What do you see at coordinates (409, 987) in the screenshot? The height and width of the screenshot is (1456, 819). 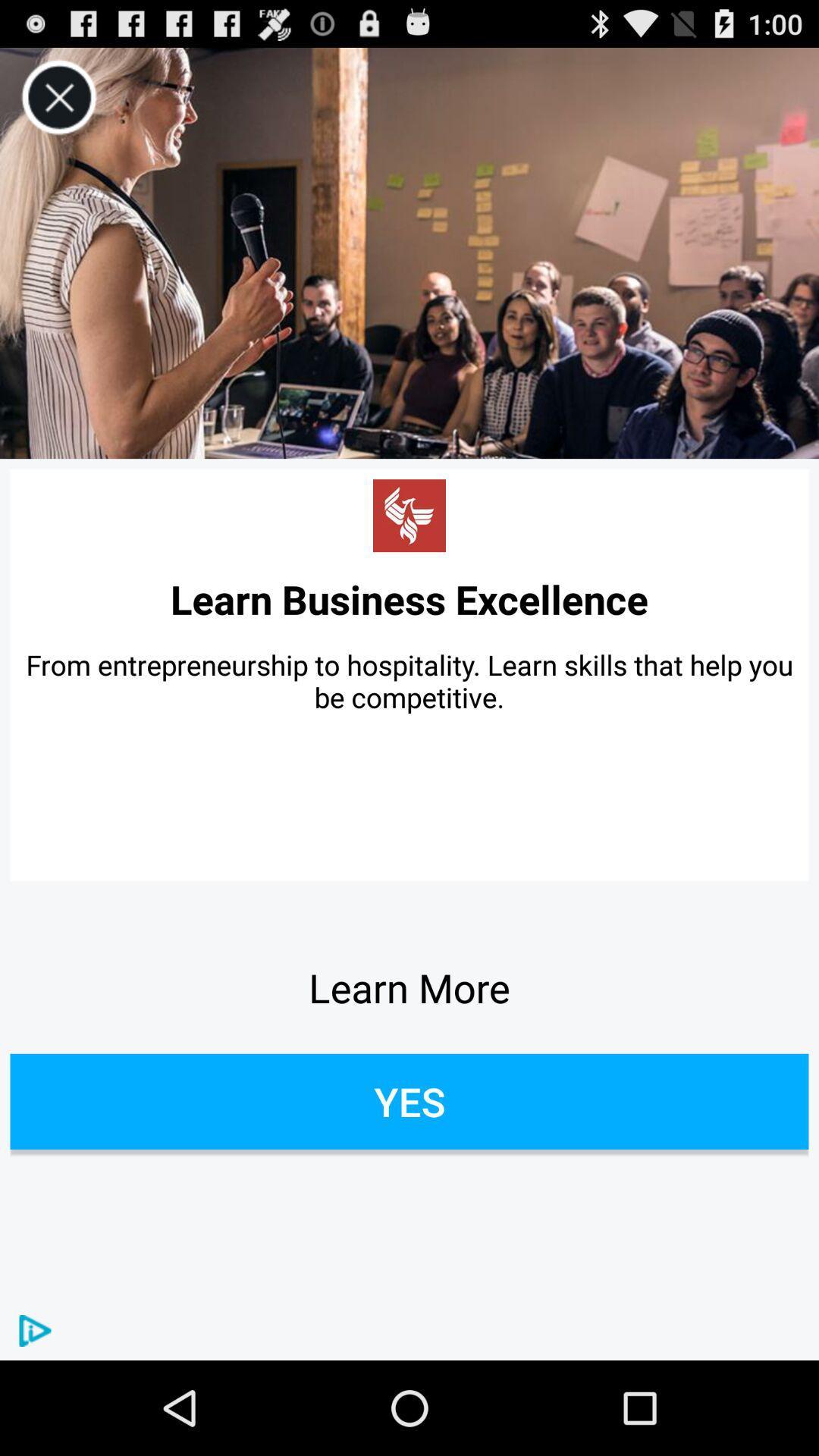 I see `the button above yes` at bounding box center [409, 987].